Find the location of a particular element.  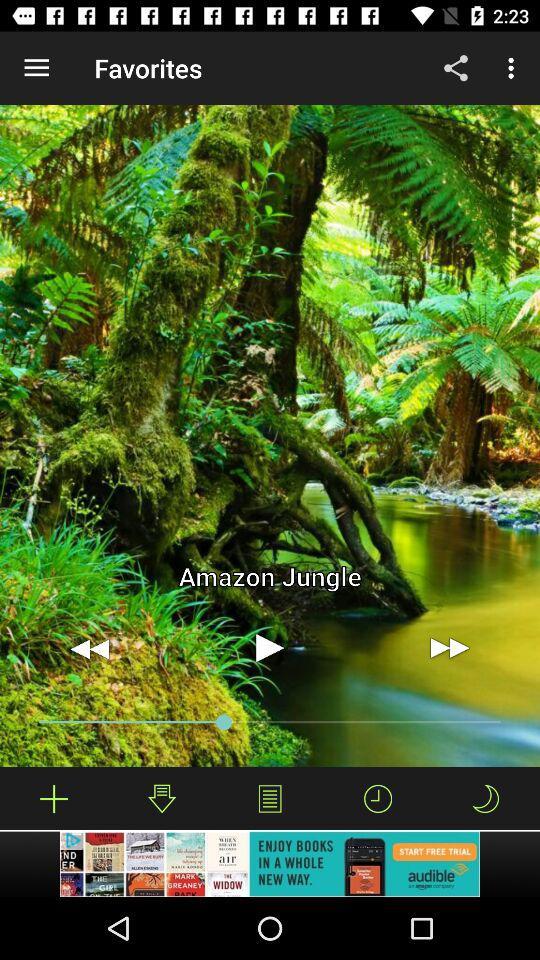

icon below amazon jungle item is located at coordinates (270, 647).